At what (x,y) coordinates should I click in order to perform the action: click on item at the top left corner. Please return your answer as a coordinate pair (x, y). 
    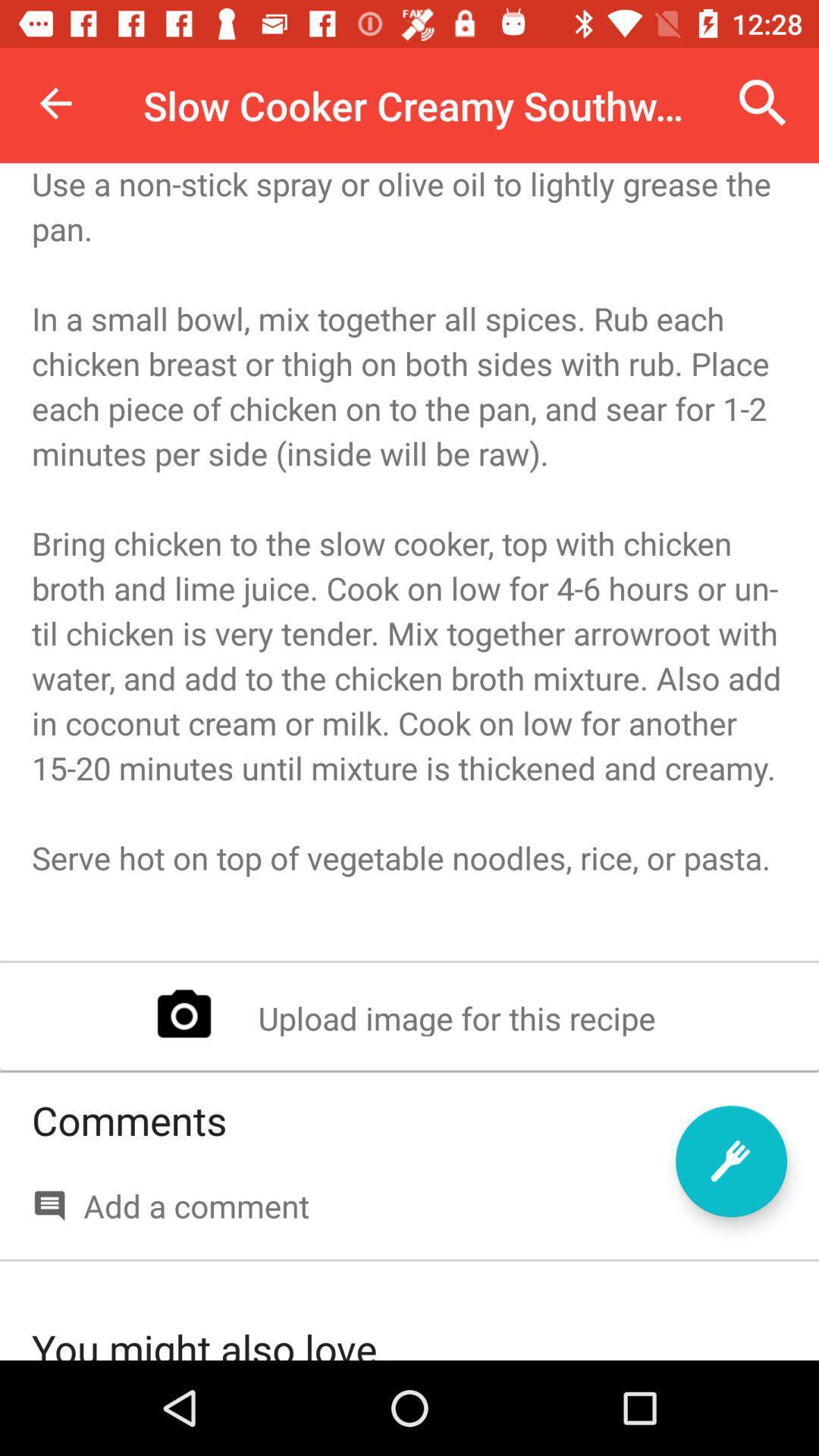
    Looking at the image, I should click on (55, 102).